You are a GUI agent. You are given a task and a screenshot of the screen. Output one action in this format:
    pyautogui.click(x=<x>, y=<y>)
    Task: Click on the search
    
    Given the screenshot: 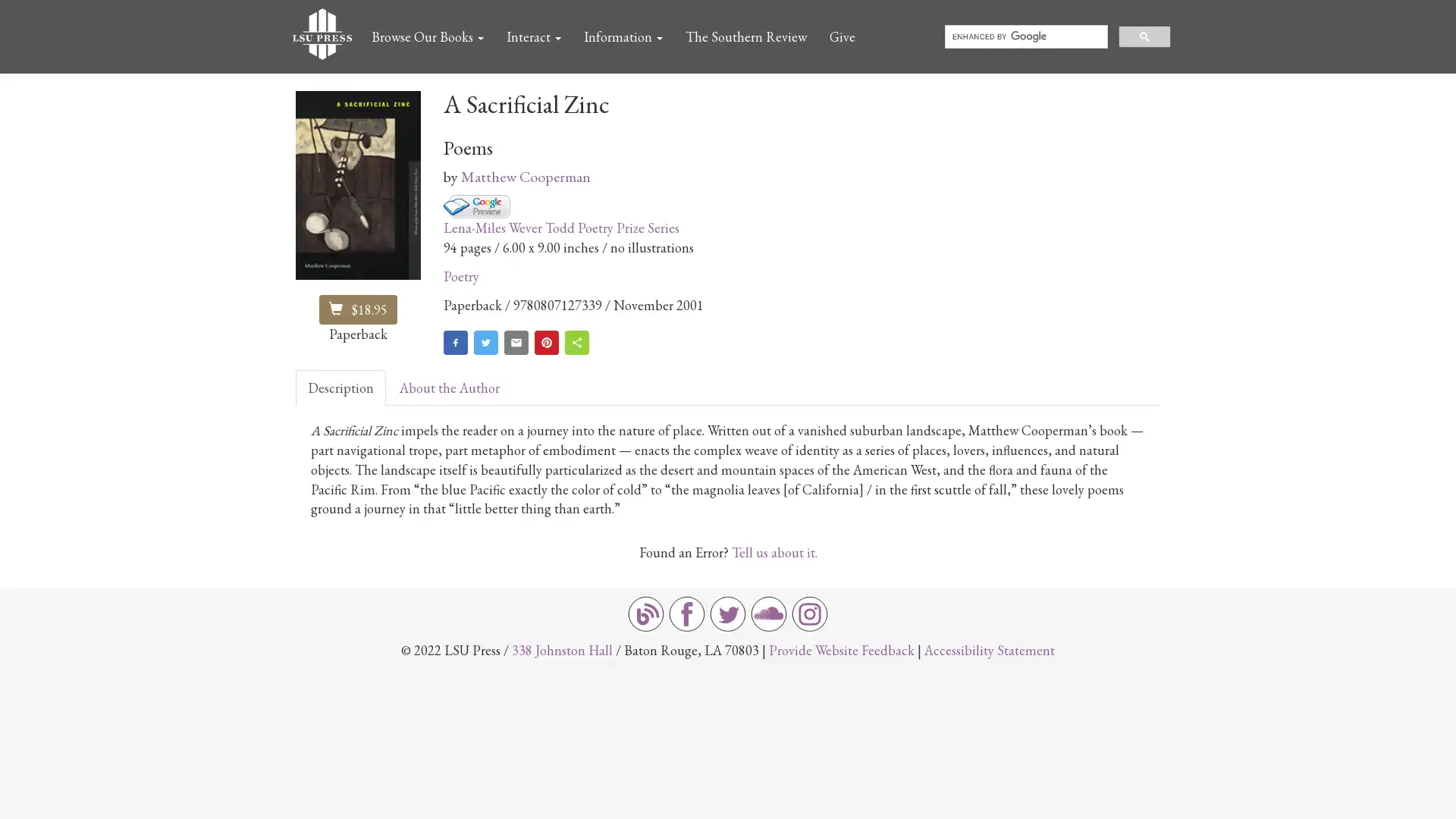 What is the action you would take?
    pyautogui.click(x=1144, y=35)
    